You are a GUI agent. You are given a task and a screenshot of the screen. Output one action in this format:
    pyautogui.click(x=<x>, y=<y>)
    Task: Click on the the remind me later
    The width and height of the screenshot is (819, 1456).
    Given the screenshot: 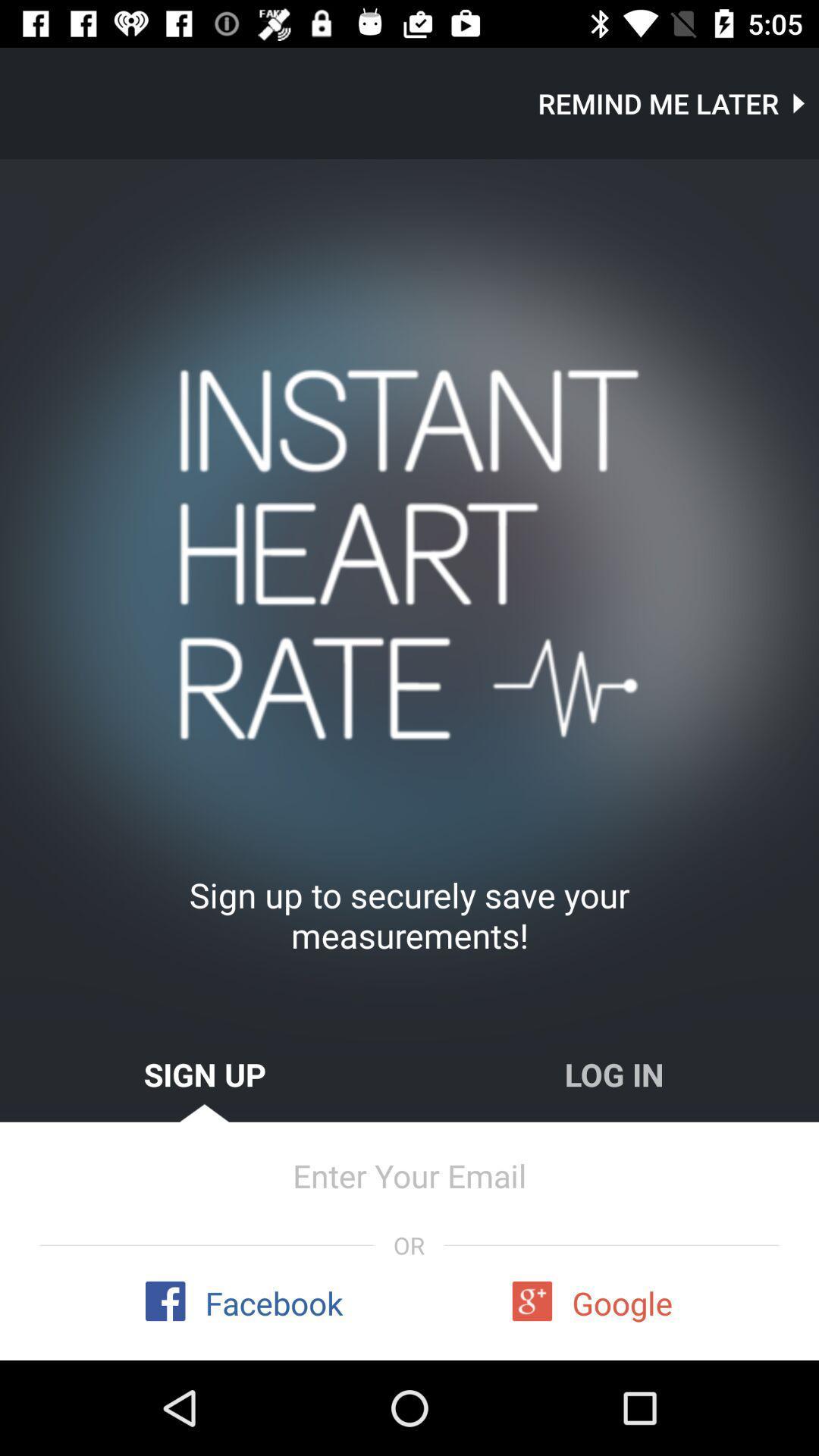 What is the action you would take?
    pyautogui.click(x=677, y=102)
    